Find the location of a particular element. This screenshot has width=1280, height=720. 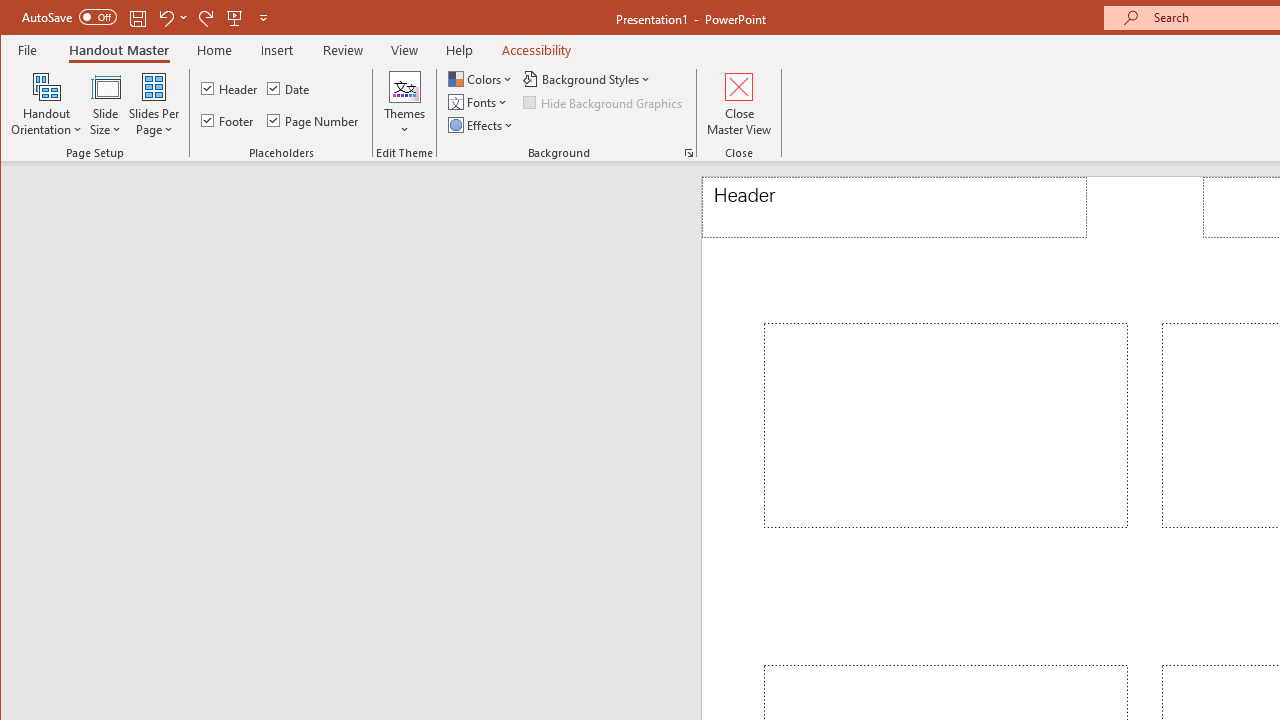

'Format Background...' is located at coordinates (689, 152).